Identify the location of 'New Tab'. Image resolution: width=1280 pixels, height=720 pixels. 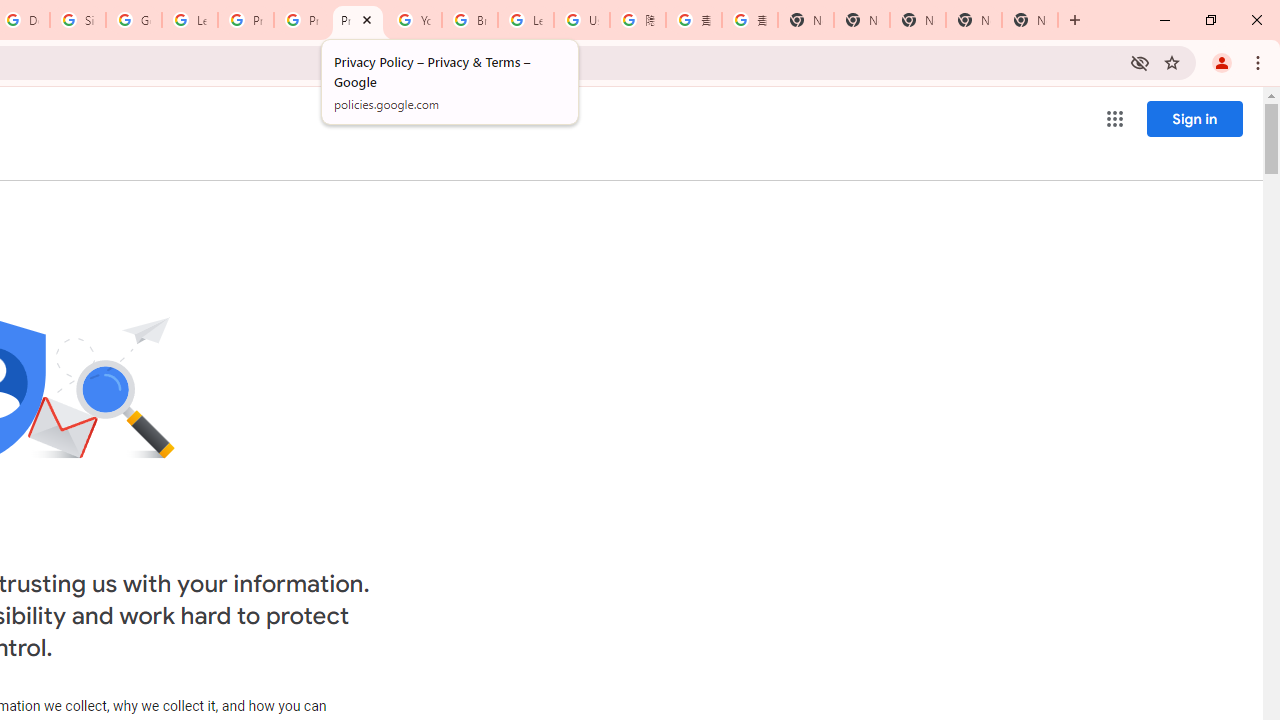
(1030, 20).